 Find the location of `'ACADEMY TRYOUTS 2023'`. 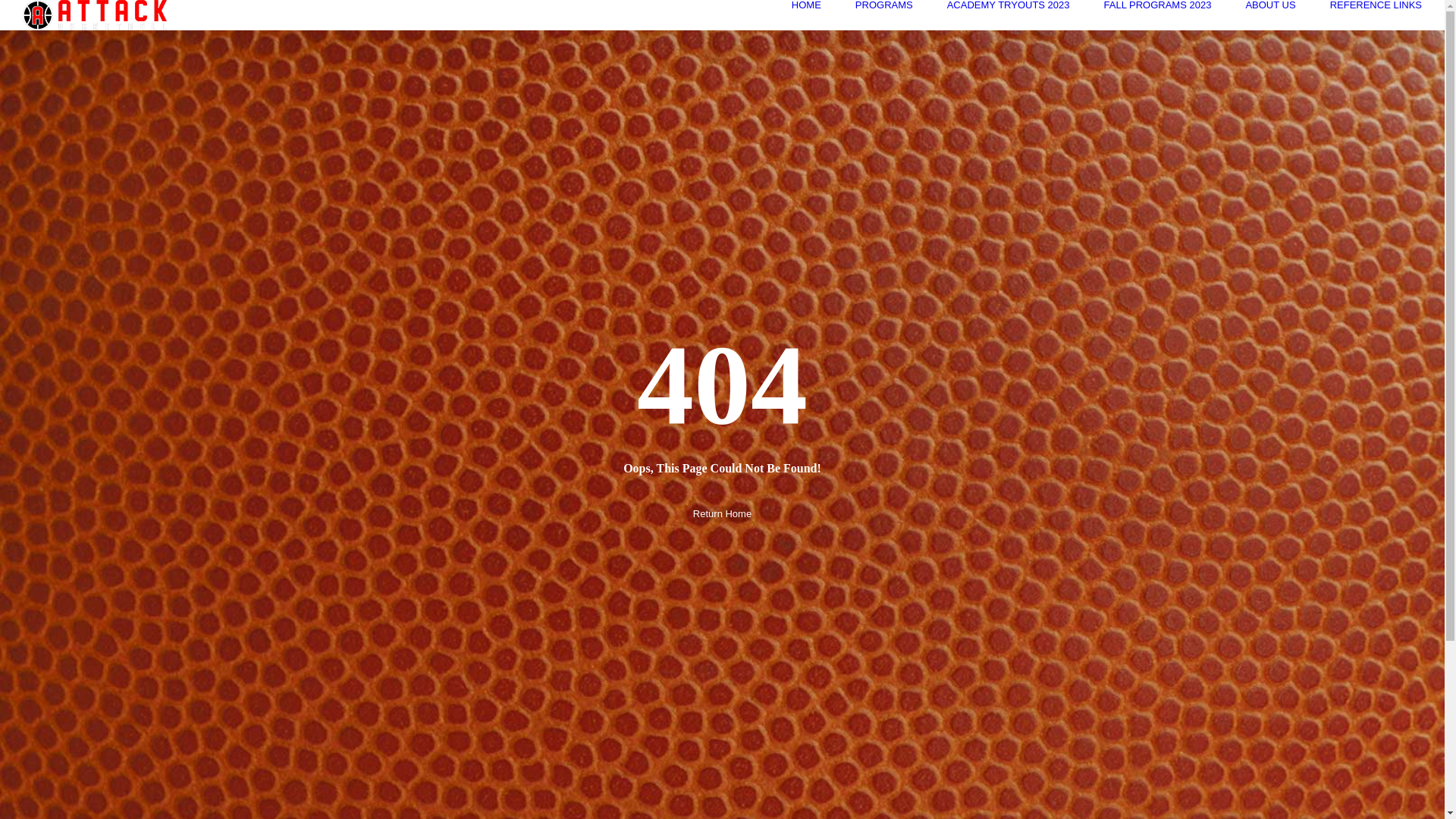

'ACADEMY TRYOUTS 2023' is located at coordinates (1008, 5).